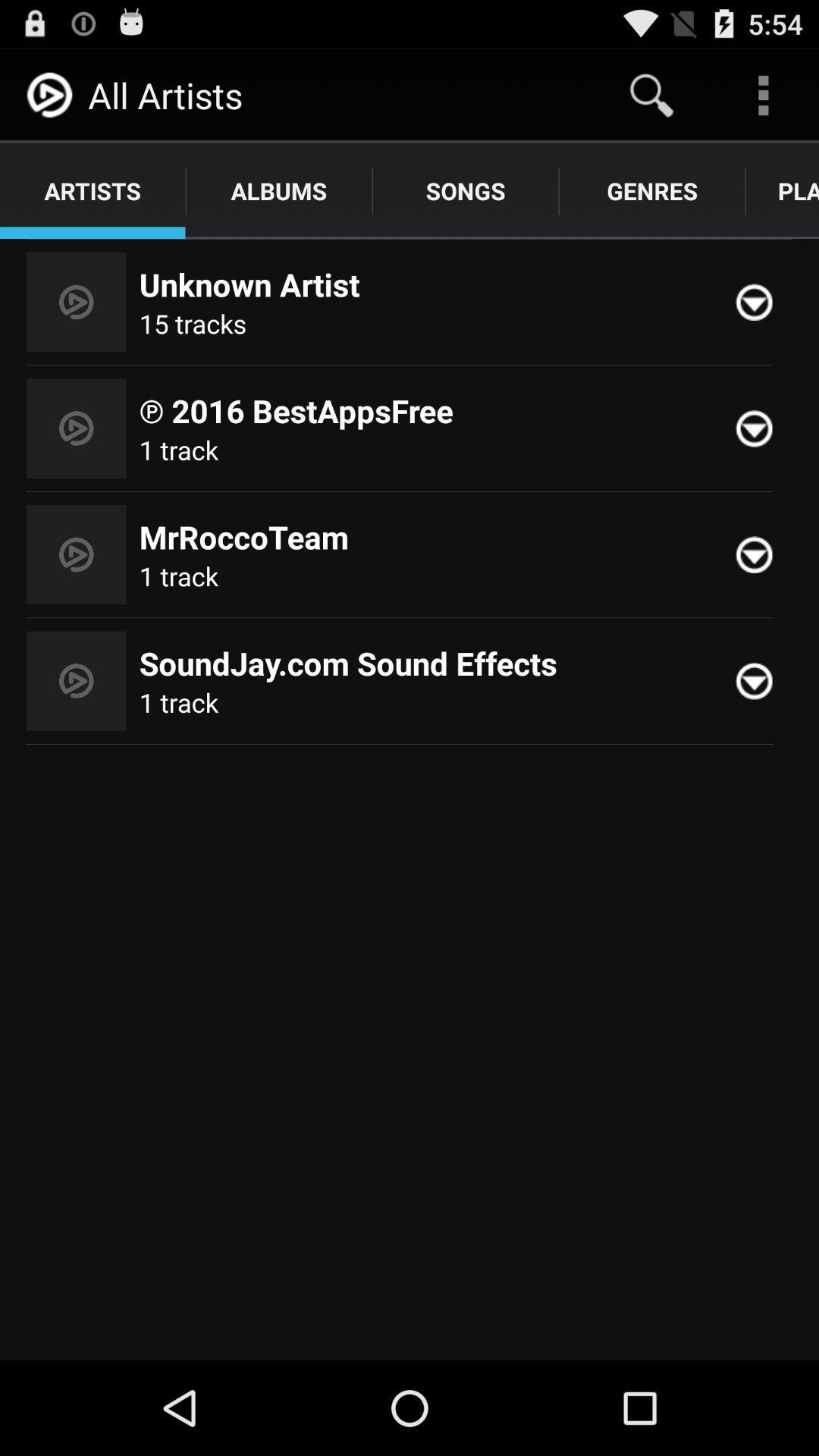 The width and height of the screenshot is (819, 1456). I want to click on the expand_more icon, so click(761, 592).